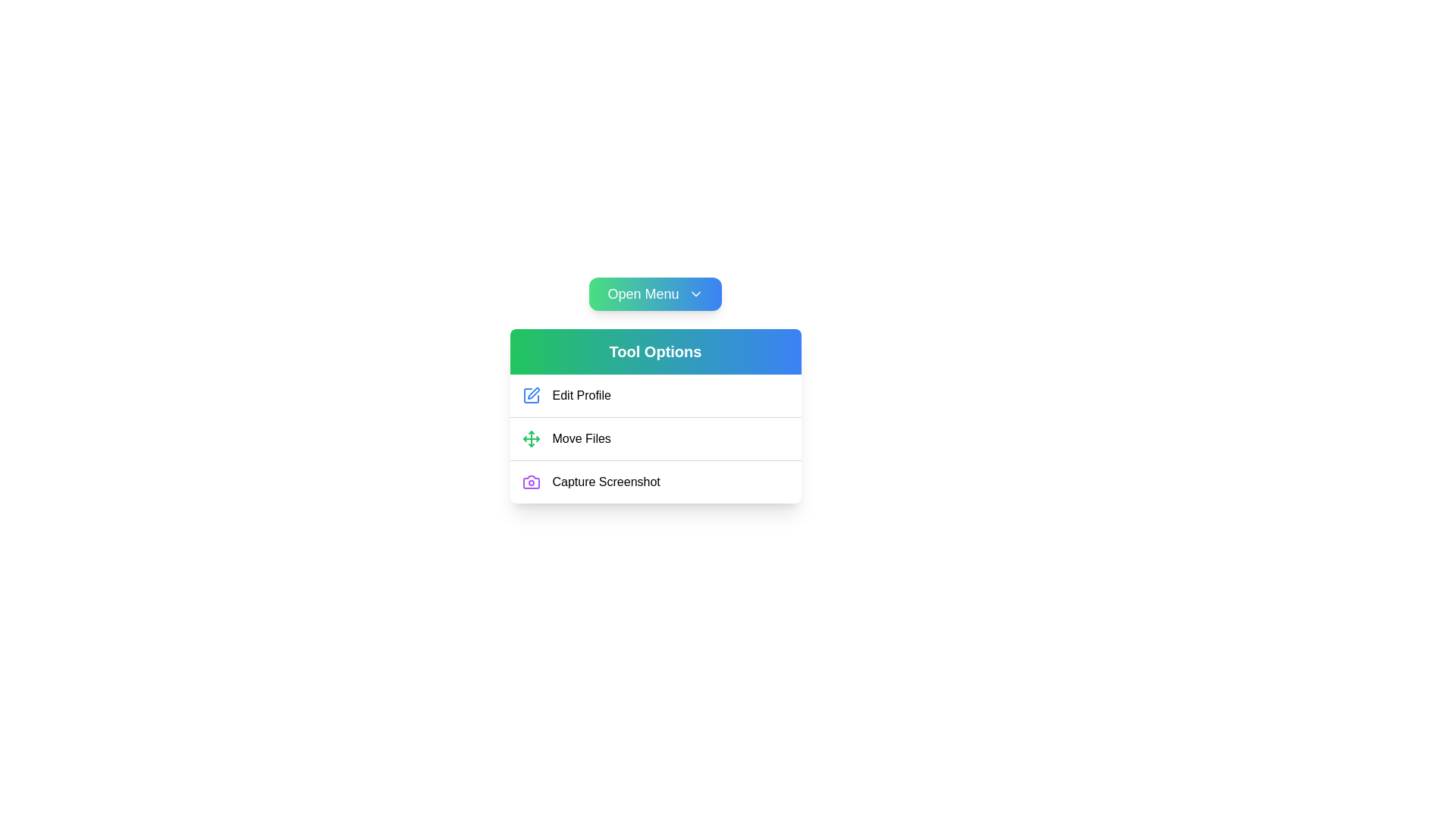 This screenshot has height=819, width=1456. I want to click on the static text label representing the second menu option in the 'Tool Options' list to initiate the file-moving operation, so click(581, 438).